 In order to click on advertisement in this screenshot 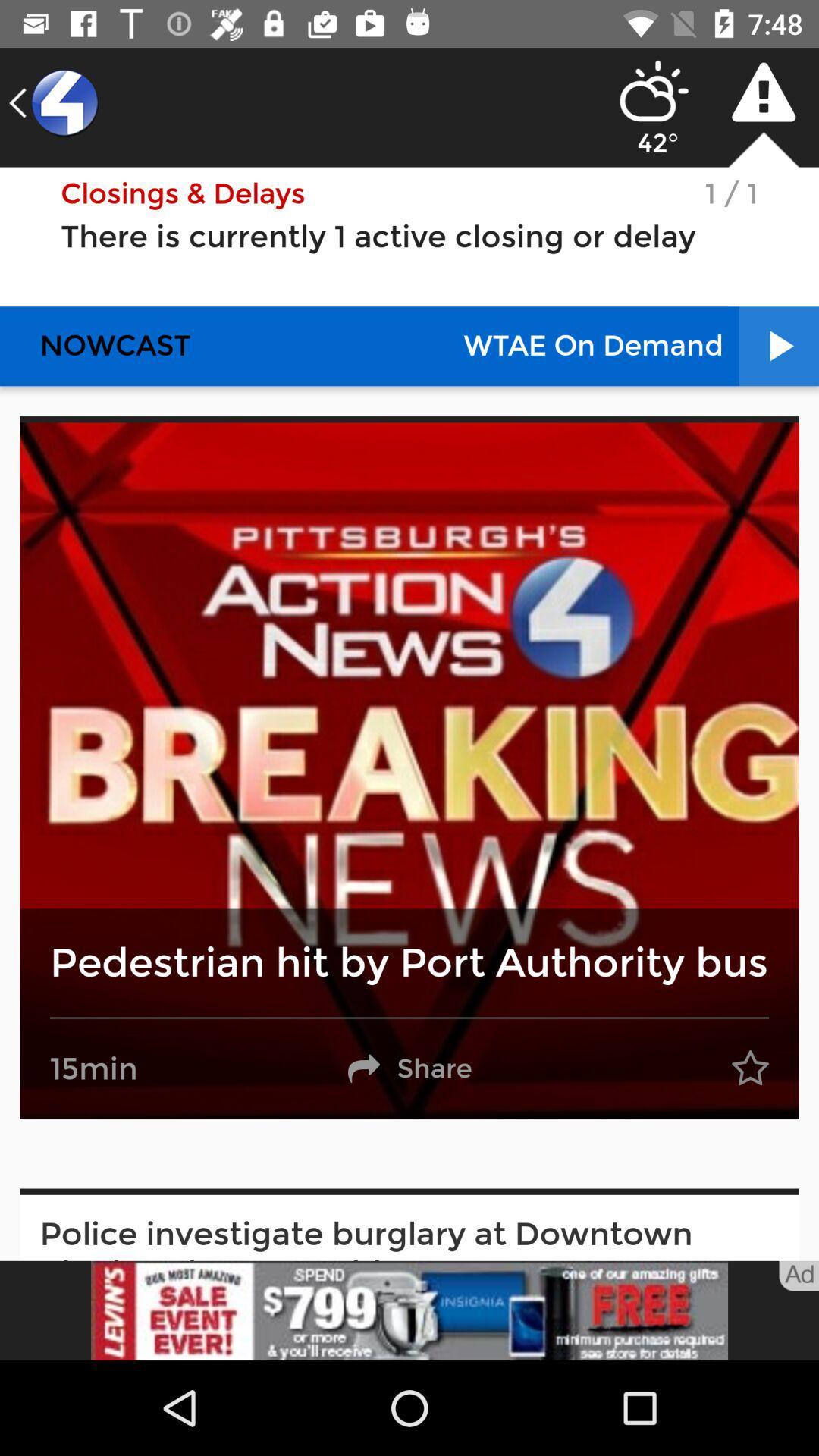, I will do `click(409, 1310)`.